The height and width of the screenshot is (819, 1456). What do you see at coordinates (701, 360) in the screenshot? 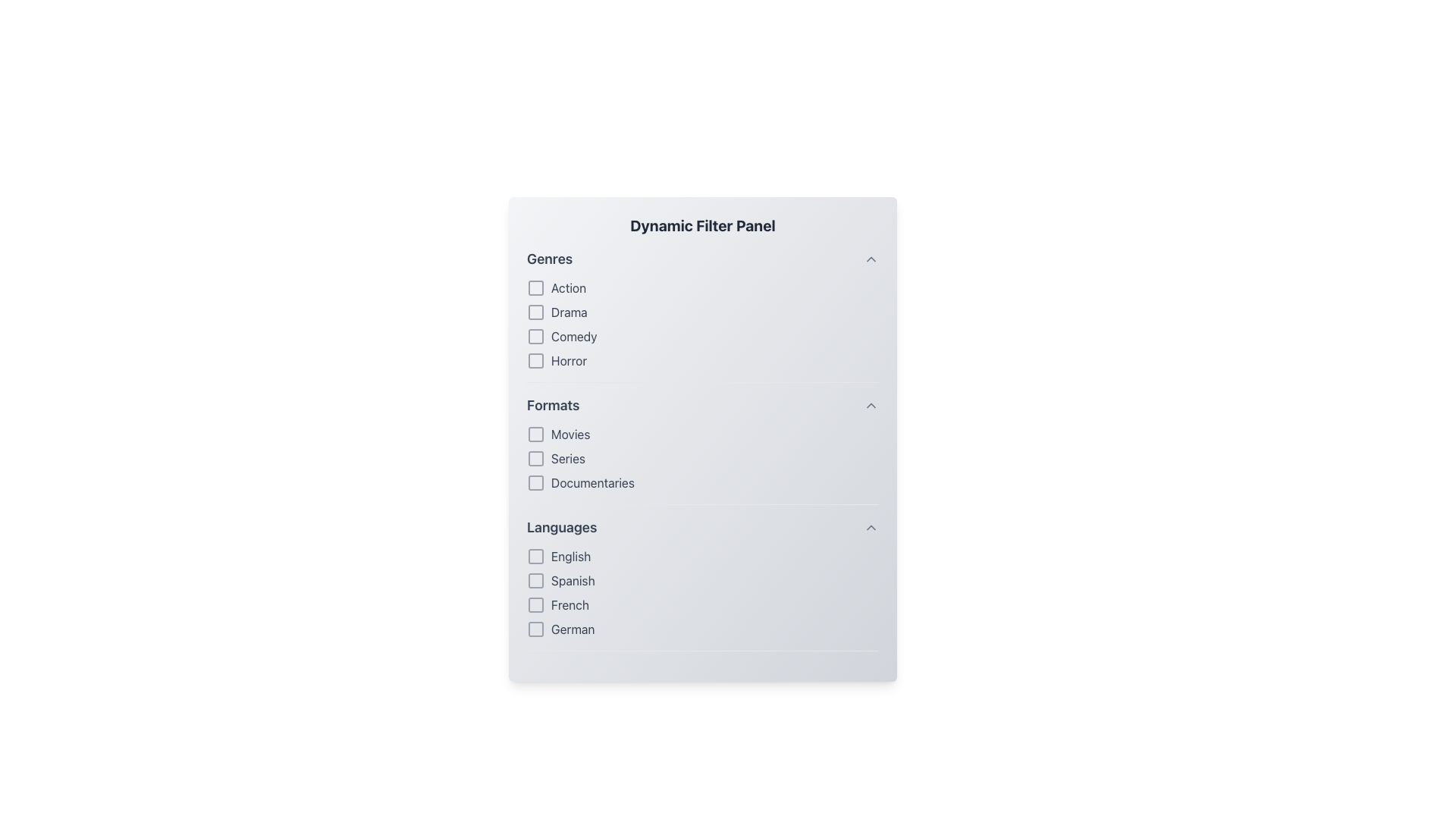
I see `the 'Horror' checkbox in the 'Genres' section of the filter panel` at bounding box center [701, 360].